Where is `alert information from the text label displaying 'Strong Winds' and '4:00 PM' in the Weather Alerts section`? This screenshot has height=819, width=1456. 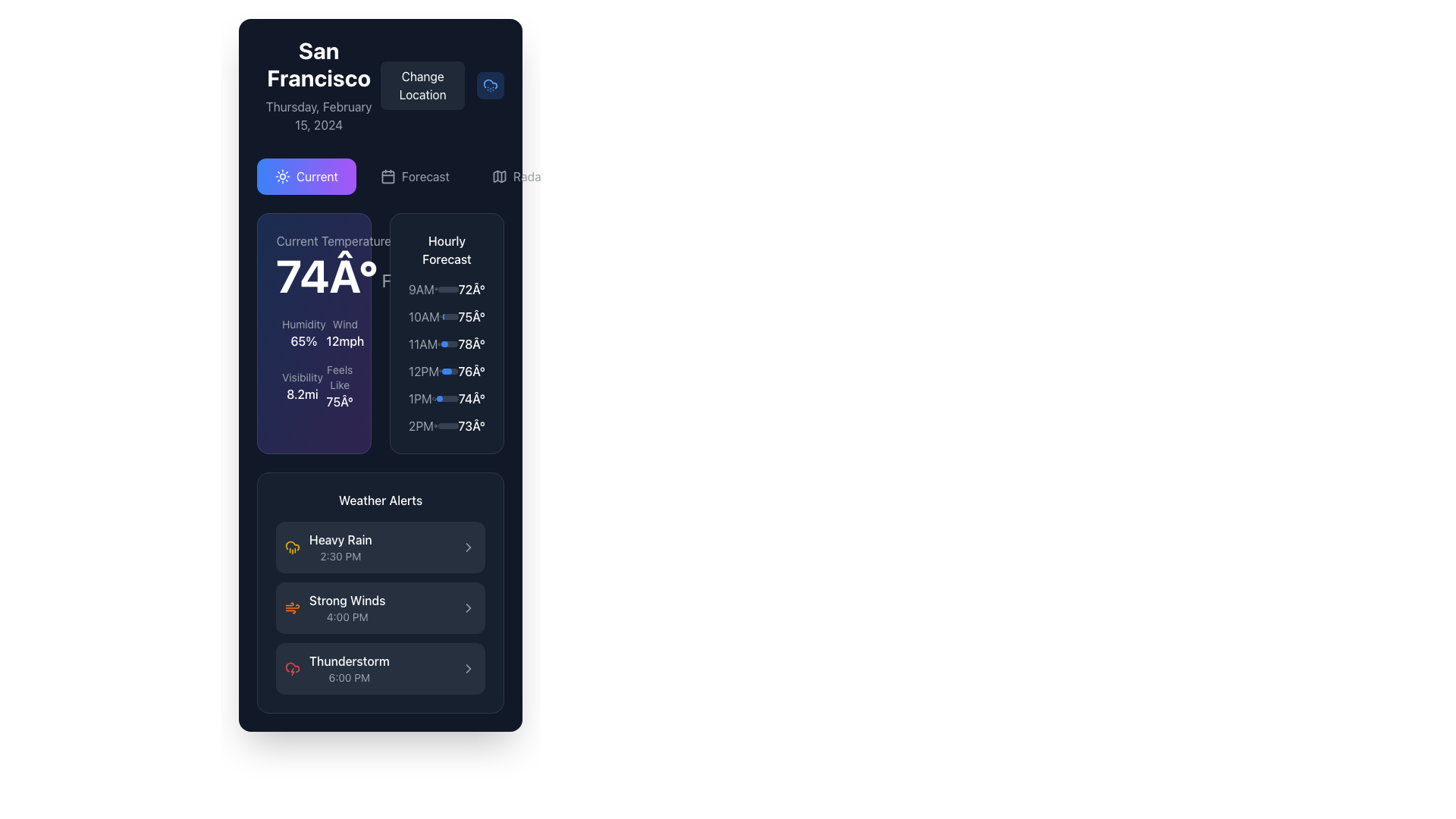
alert information from the text label displaying 'Strong Winds' and '4:00 PM' in the Weather Alerts section is located at coordinates (347, 607).